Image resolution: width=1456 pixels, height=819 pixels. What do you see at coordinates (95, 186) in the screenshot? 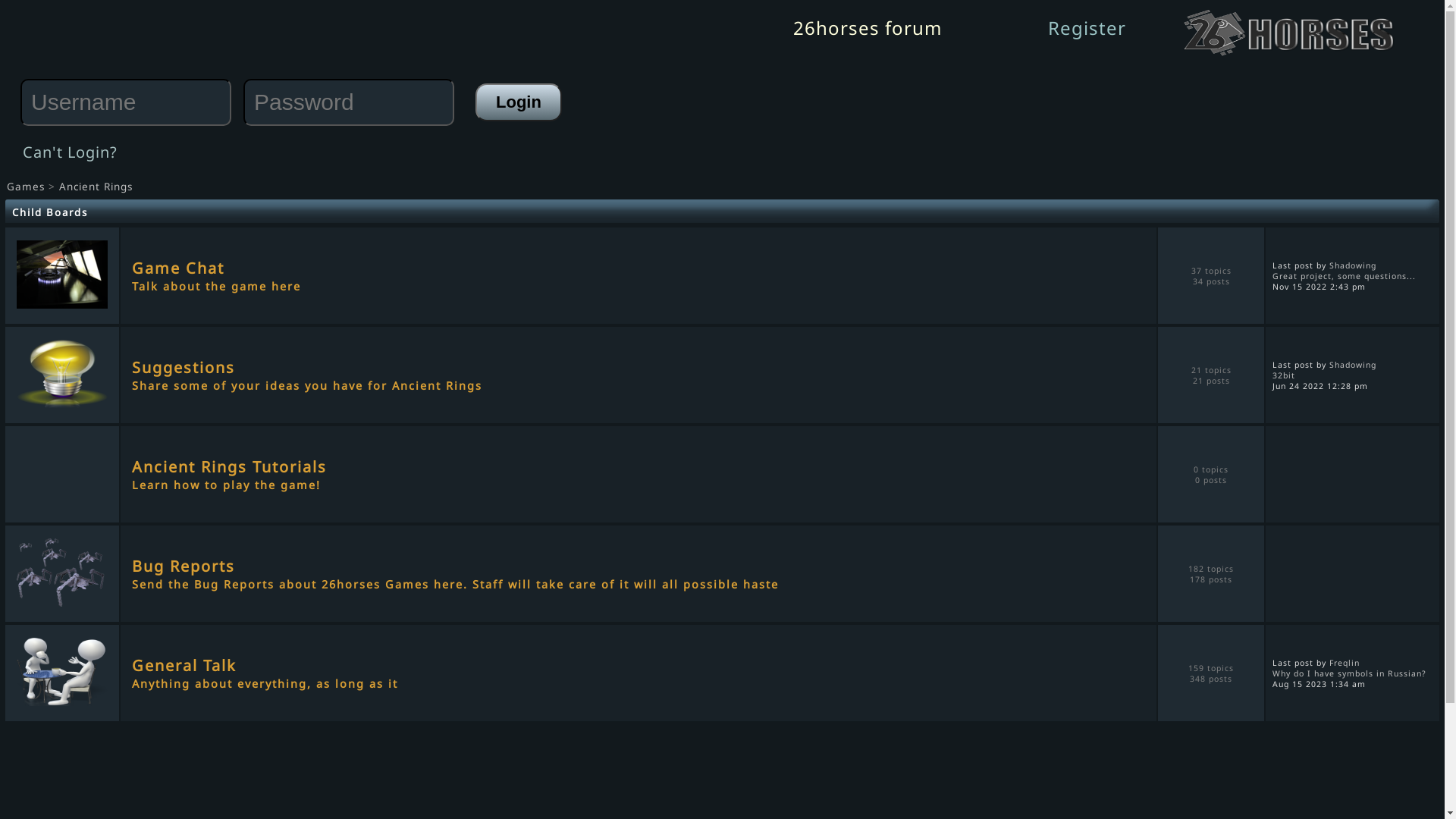
I see `'Ancient Rings'` at bounding box center [95, 186].